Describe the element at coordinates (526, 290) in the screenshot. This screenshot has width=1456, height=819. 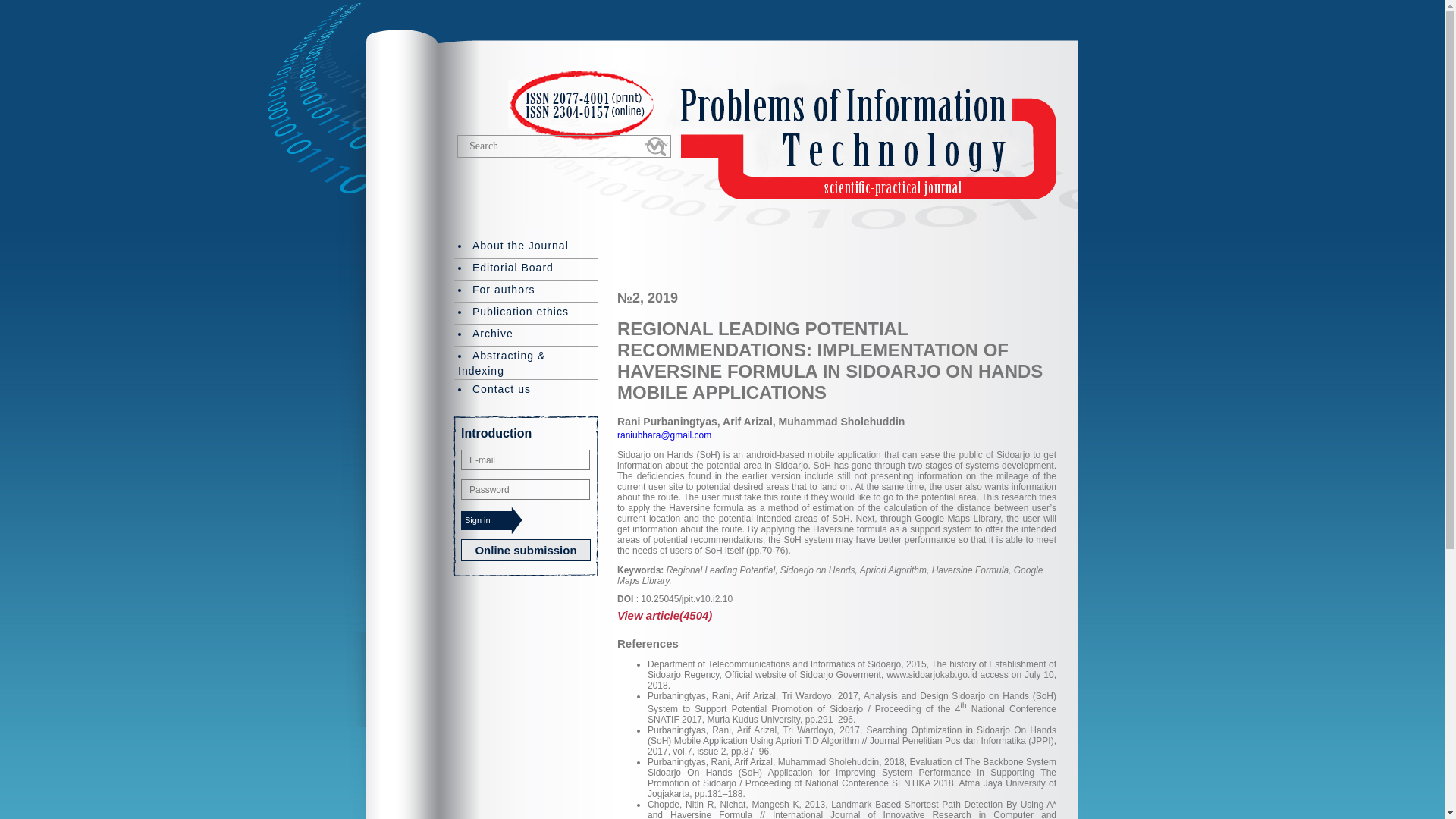
I see `'For authors'` at that location.